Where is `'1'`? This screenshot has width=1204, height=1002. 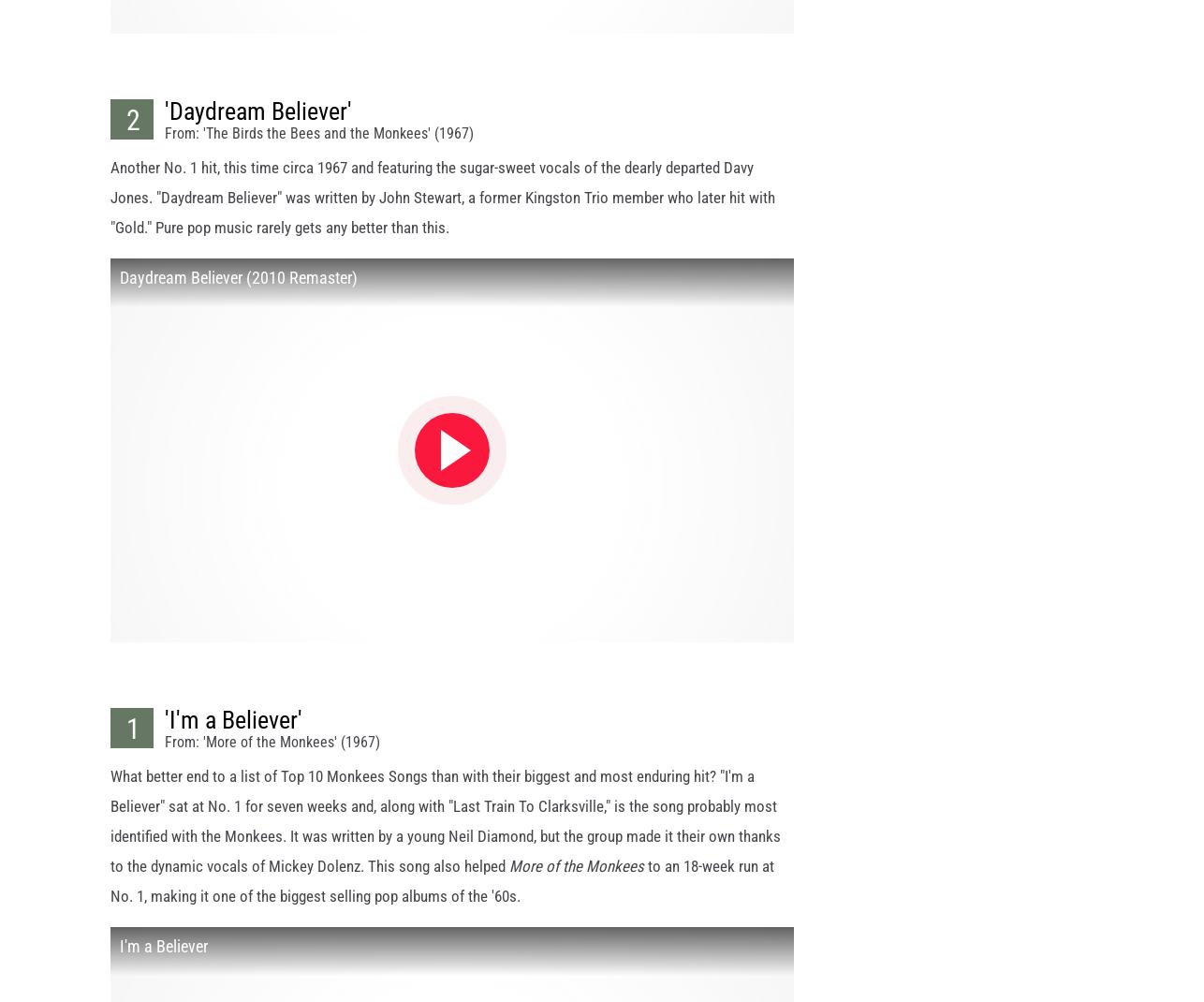 '1' is located at coordinates (125, 744).